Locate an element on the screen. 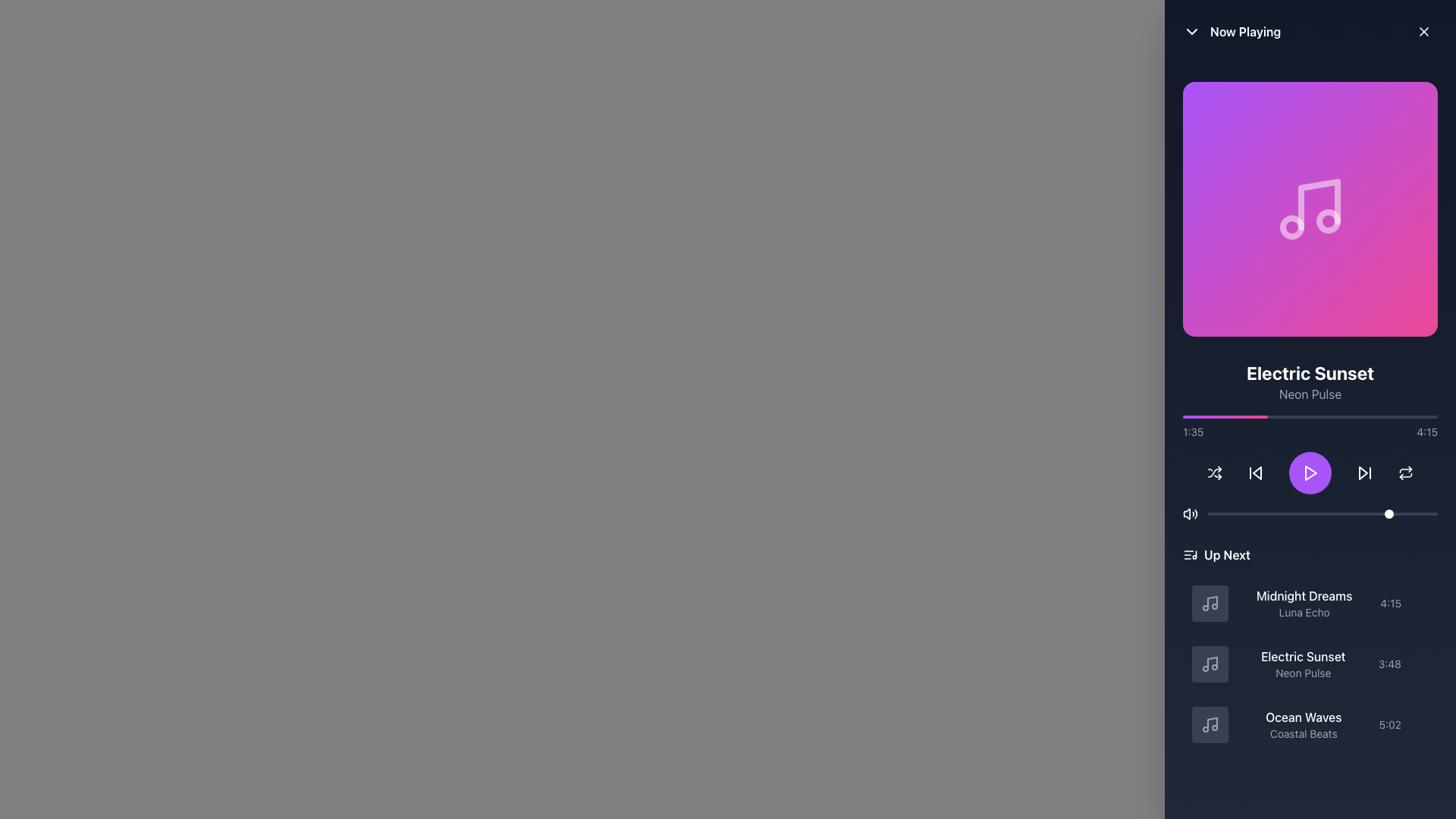  the playback toggle button in the central control panel of the music player interface is located at coordinates (1310, 472).